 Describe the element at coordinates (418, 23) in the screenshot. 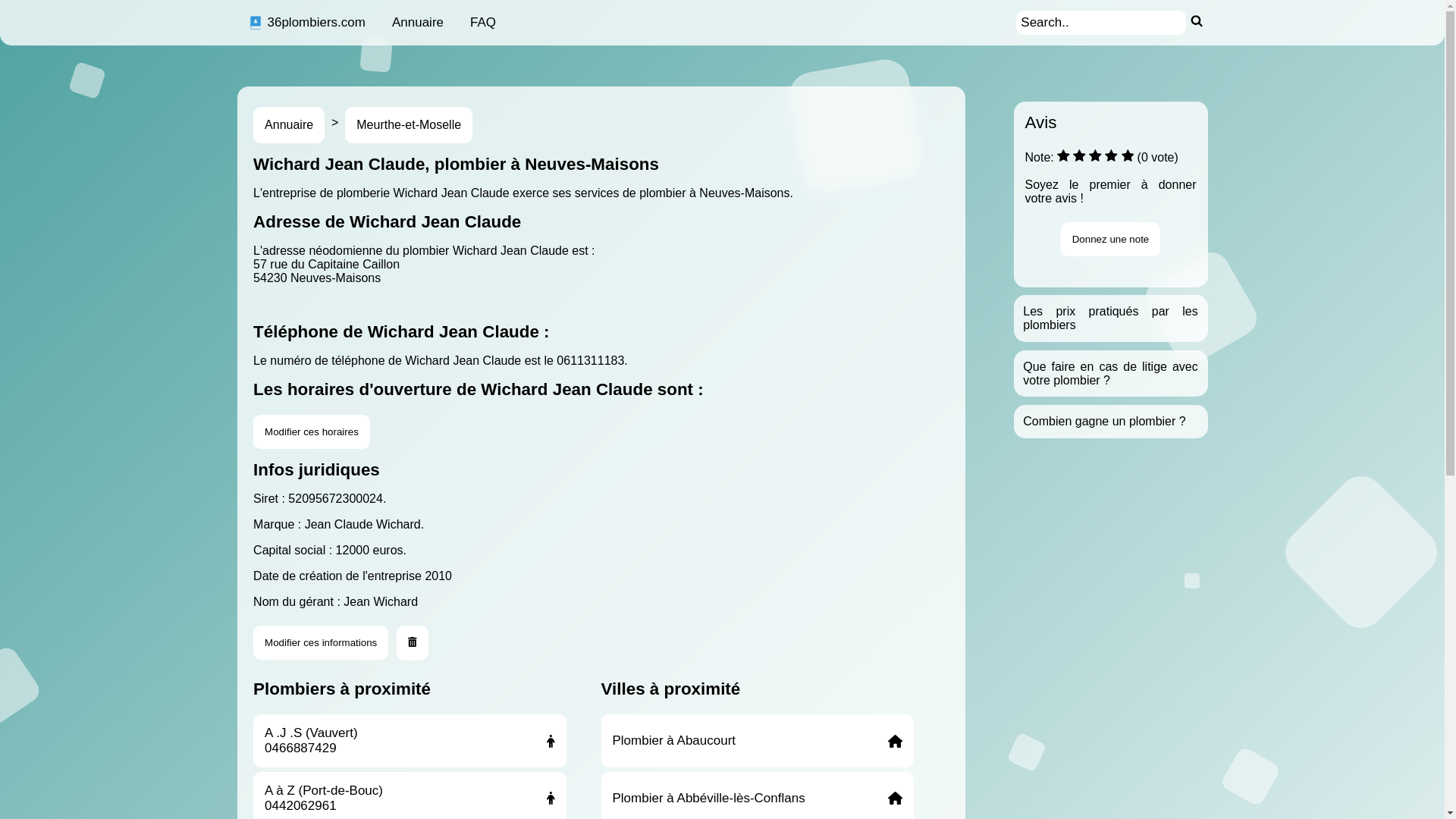

I see `'Annuaire'` at that location.